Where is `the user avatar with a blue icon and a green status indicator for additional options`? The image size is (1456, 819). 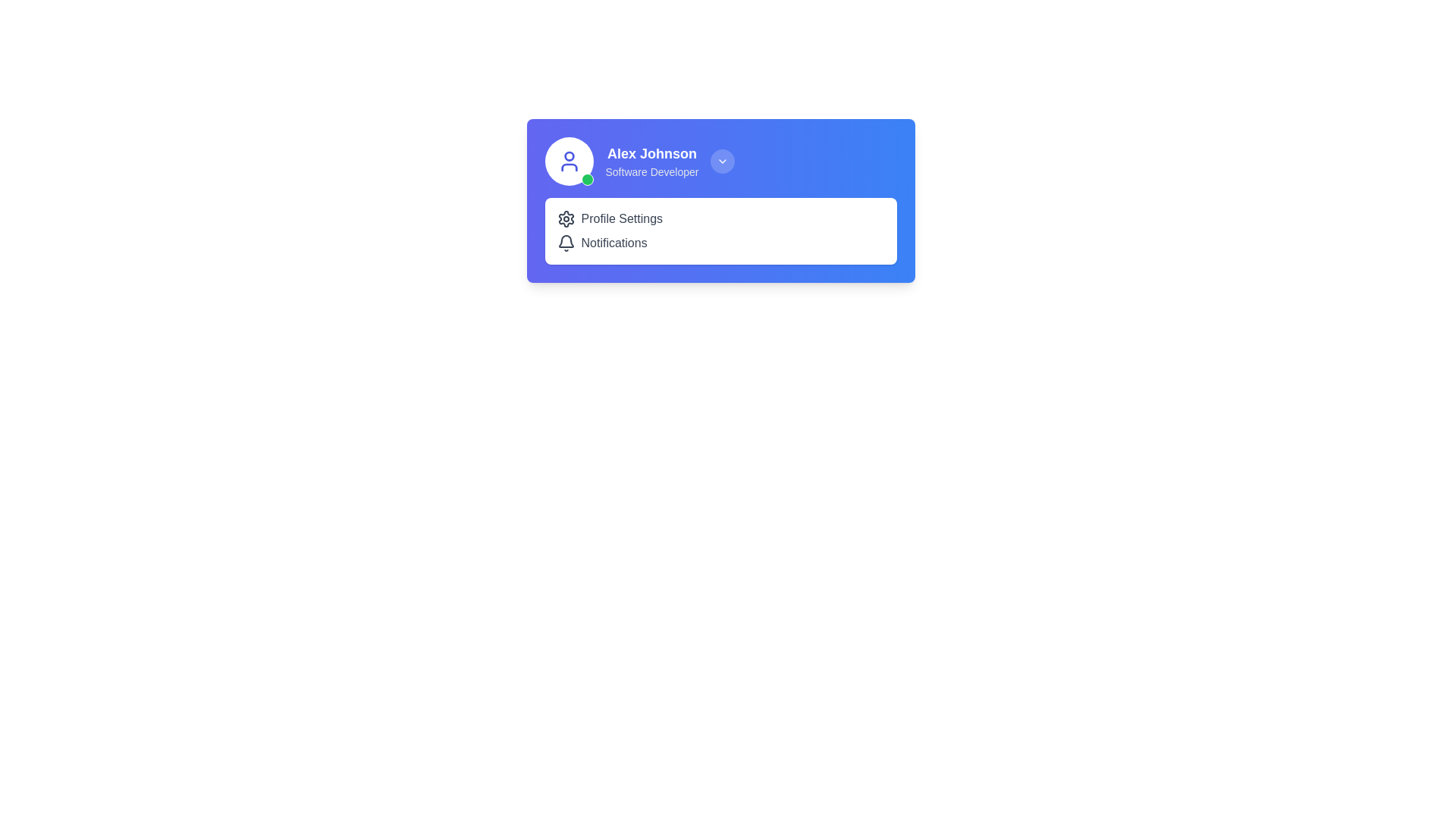
the user avatar with a blue icon and a green status indicator for additional options is located at coordinates (568, 161).